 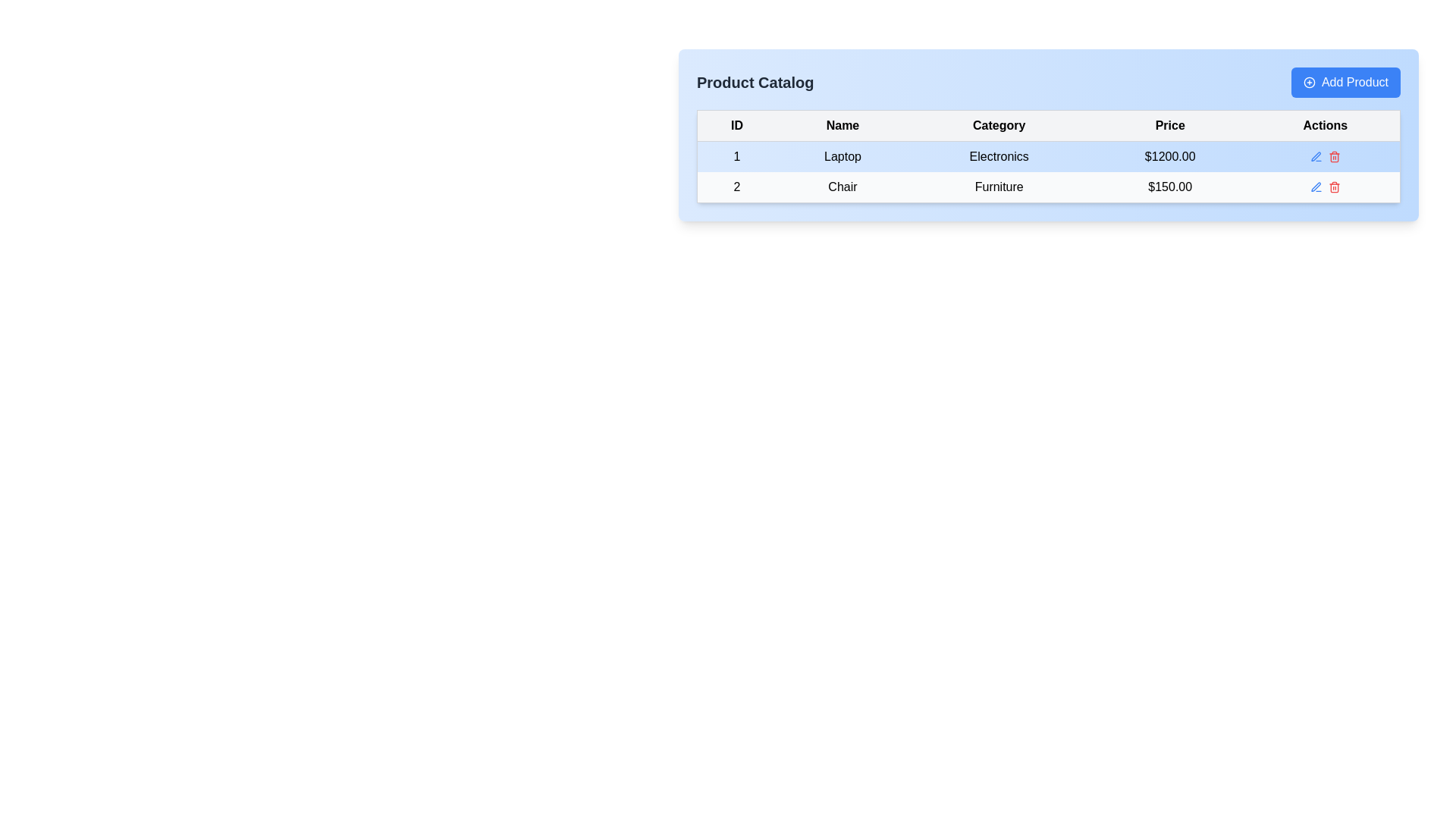 What do you see at coordinates (1047, 156) in the screenshot?
I see `the first row of the product catalog table containing the product 'Laptop'` at bounding box center [1047, 156].